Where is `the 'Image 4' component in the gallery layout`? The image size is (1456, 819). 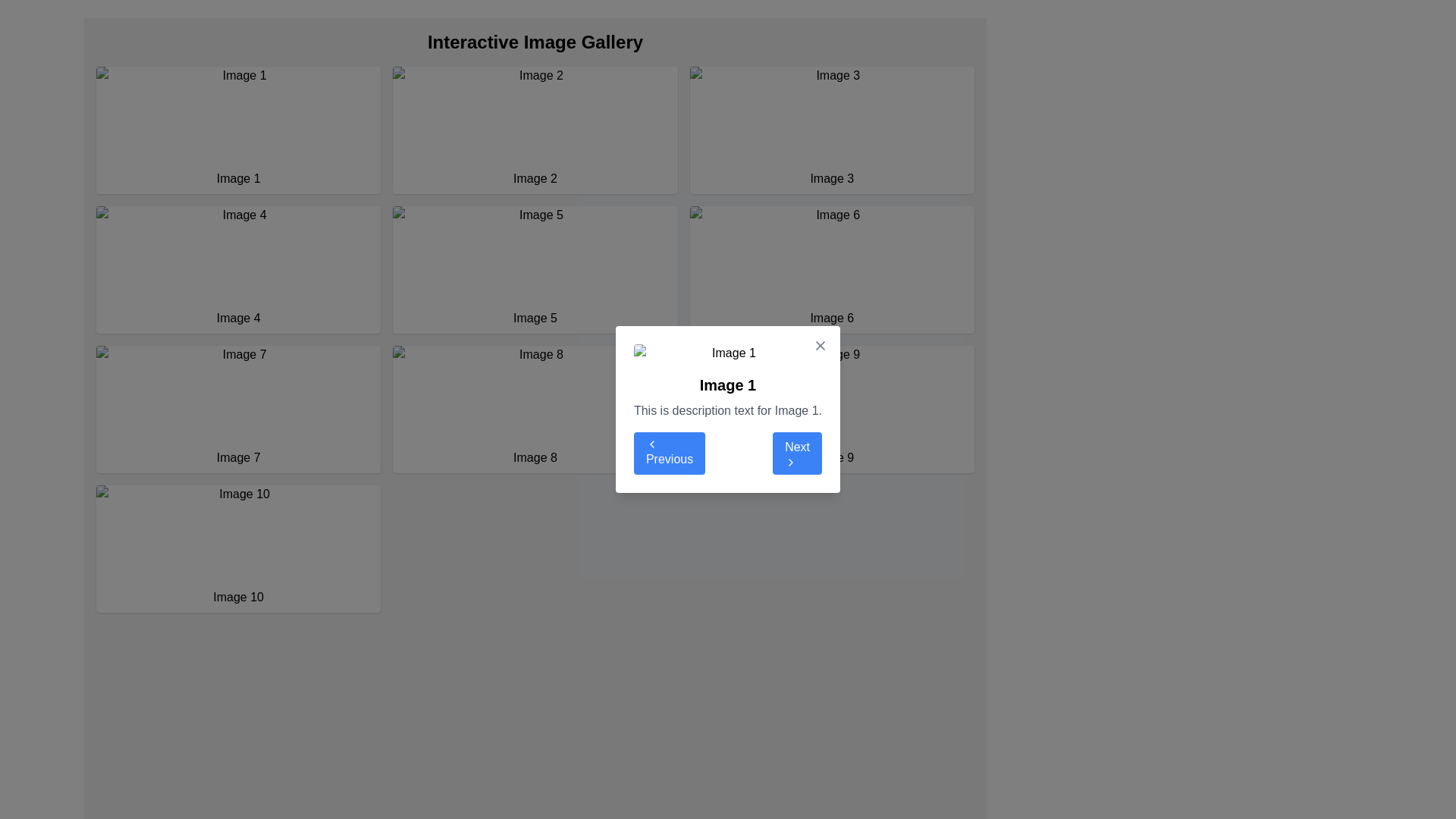 the 'Image 4' component in the gallery layout is located at coordinates (237, 253).